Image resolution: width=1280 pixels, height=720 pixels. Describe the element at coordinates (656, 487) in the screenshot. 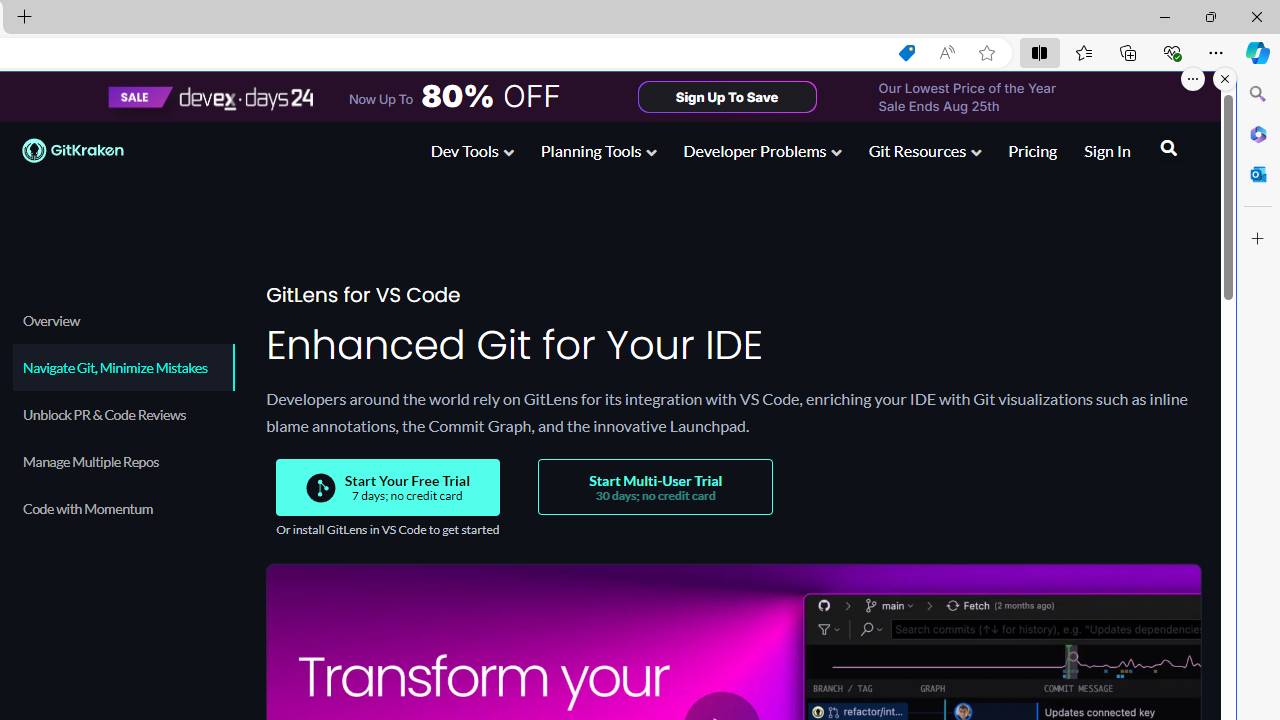

I see `'Start Multi-User Trial 30 days; no credit card'` at that location.